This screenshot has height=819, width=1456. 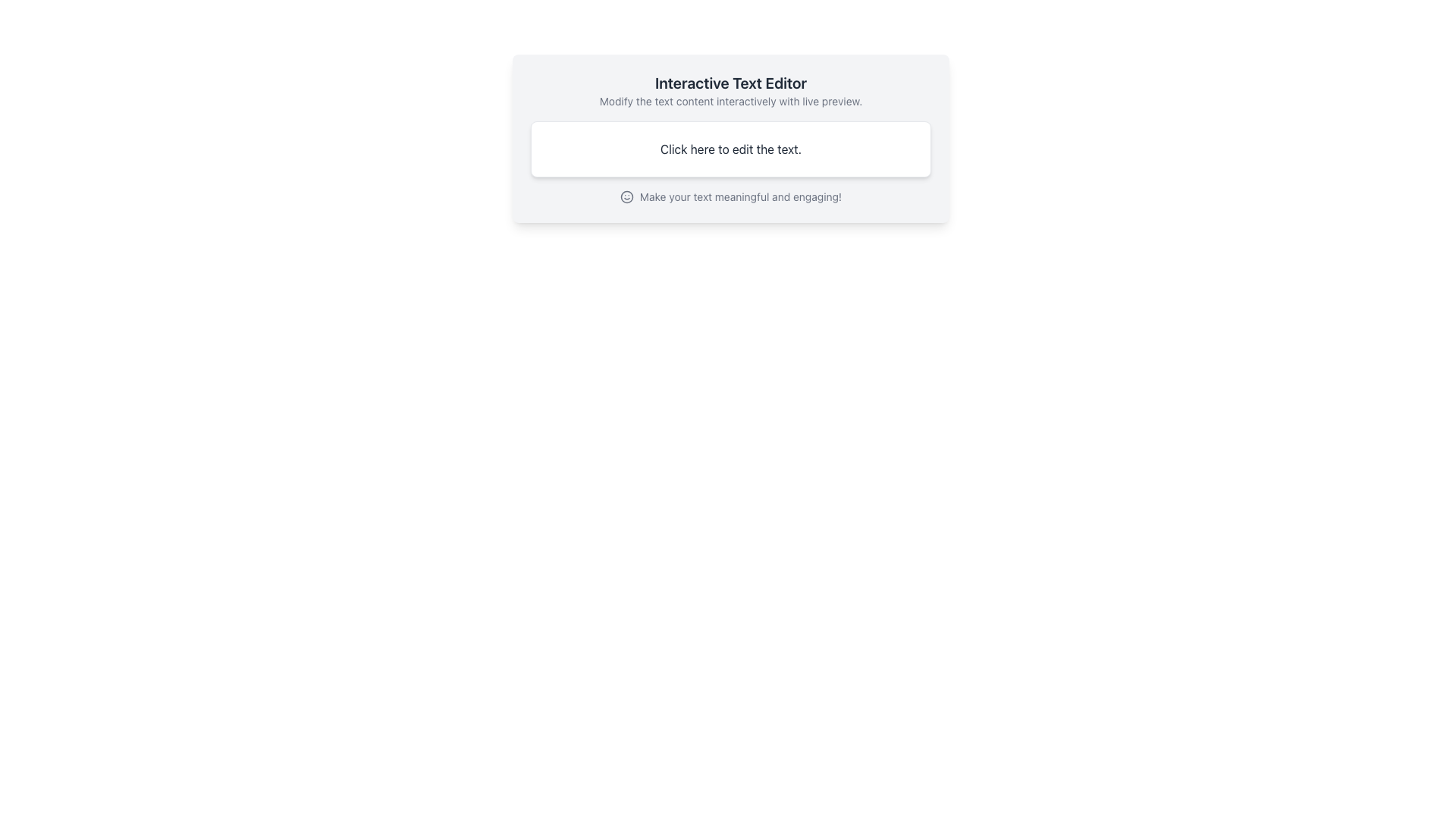 I want to click on the text label that contains the phrase 'Make your text meaningful and engaging!' styled with a light gray font, located below the button labeled 'Click here to edit the text.', so click(x=731, y=196).